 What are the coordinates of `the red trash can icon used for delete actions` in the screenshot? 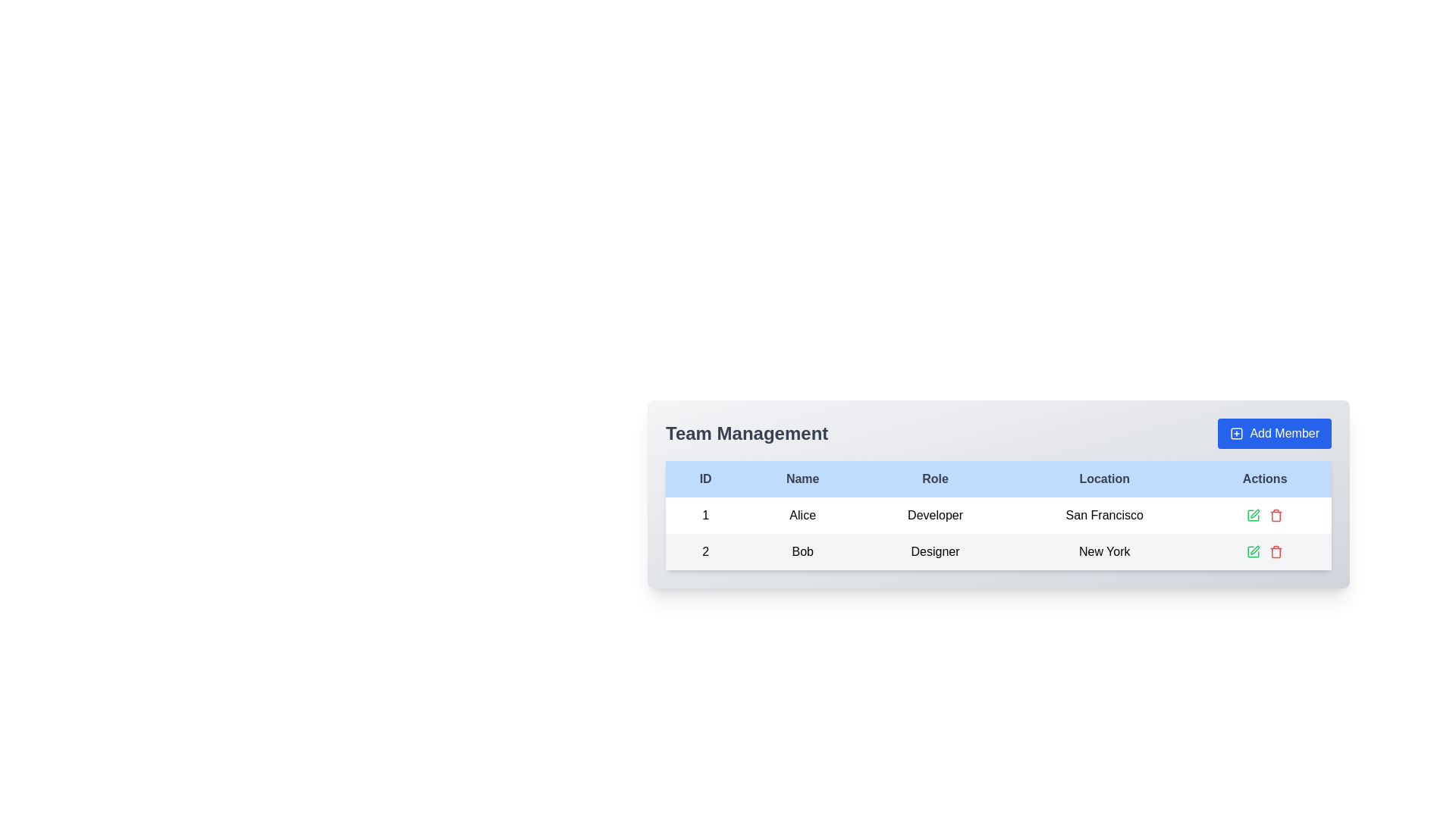 It's located at (1276, 552).